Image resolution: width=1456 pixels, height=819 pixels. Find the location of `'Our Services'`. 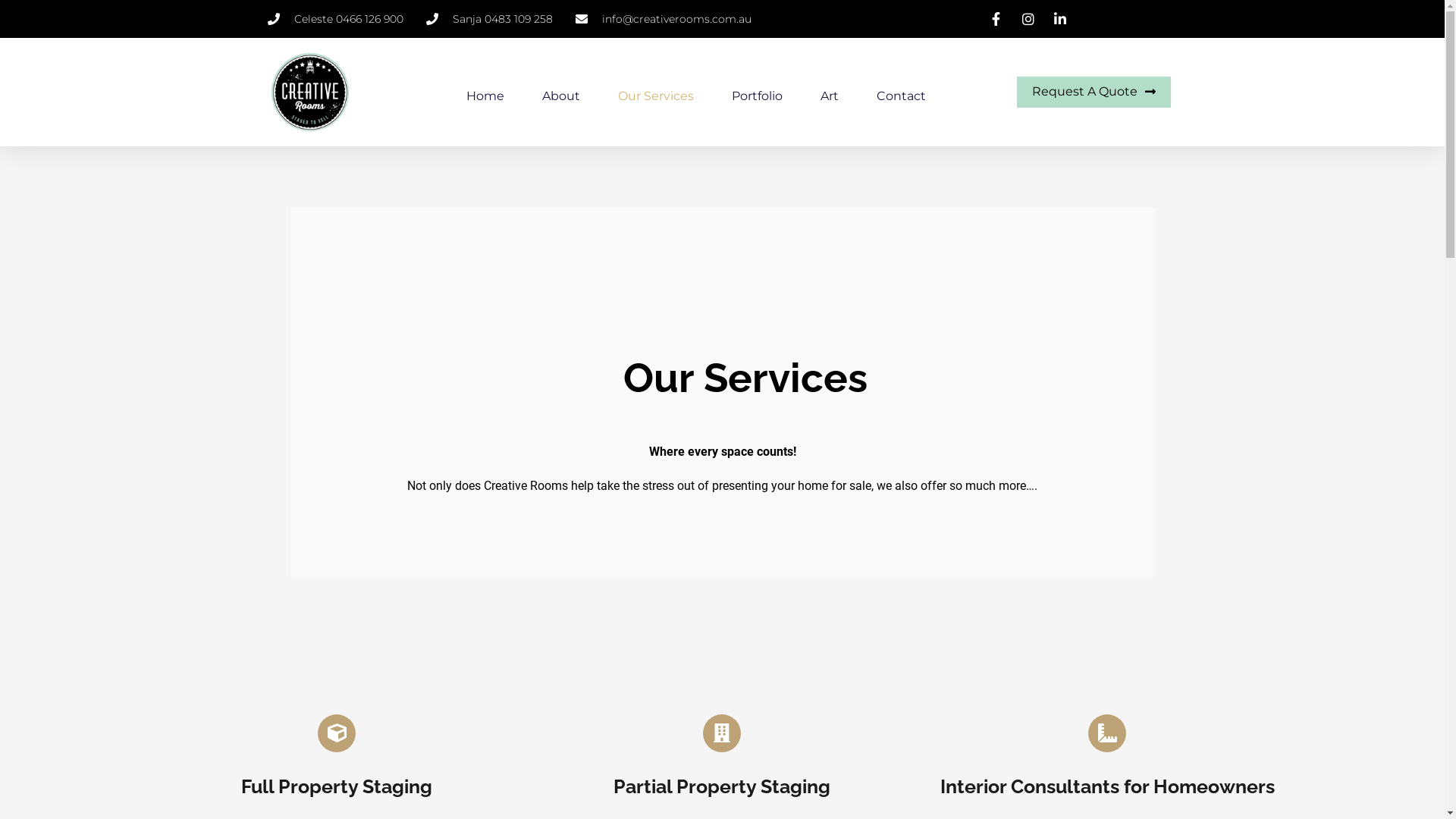

'Our Services' is located at coordinates (655, 96).